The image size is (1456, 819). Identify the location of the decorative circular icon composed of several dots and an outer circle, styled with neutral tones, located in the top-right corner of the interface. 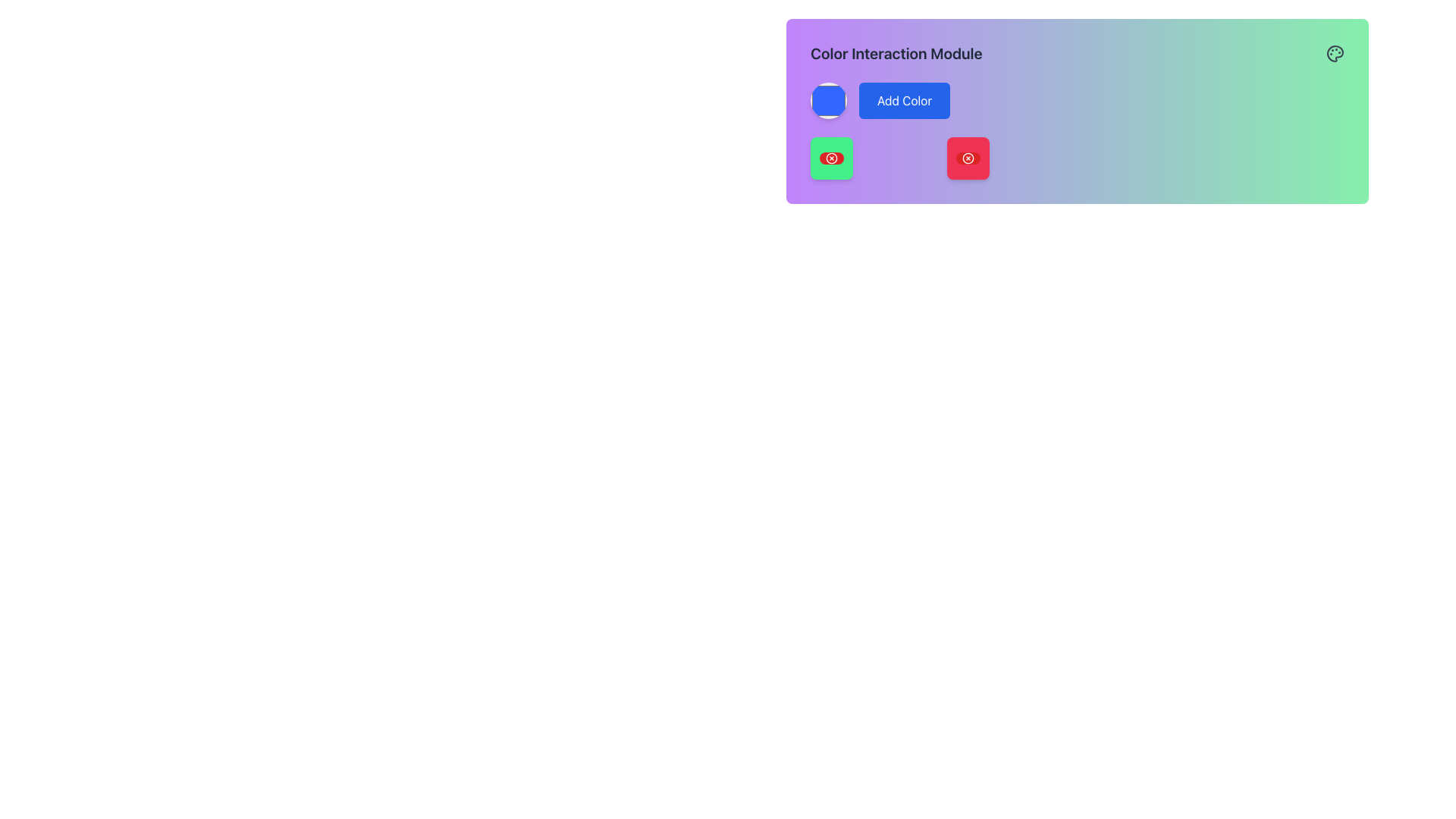
(1335, 52).